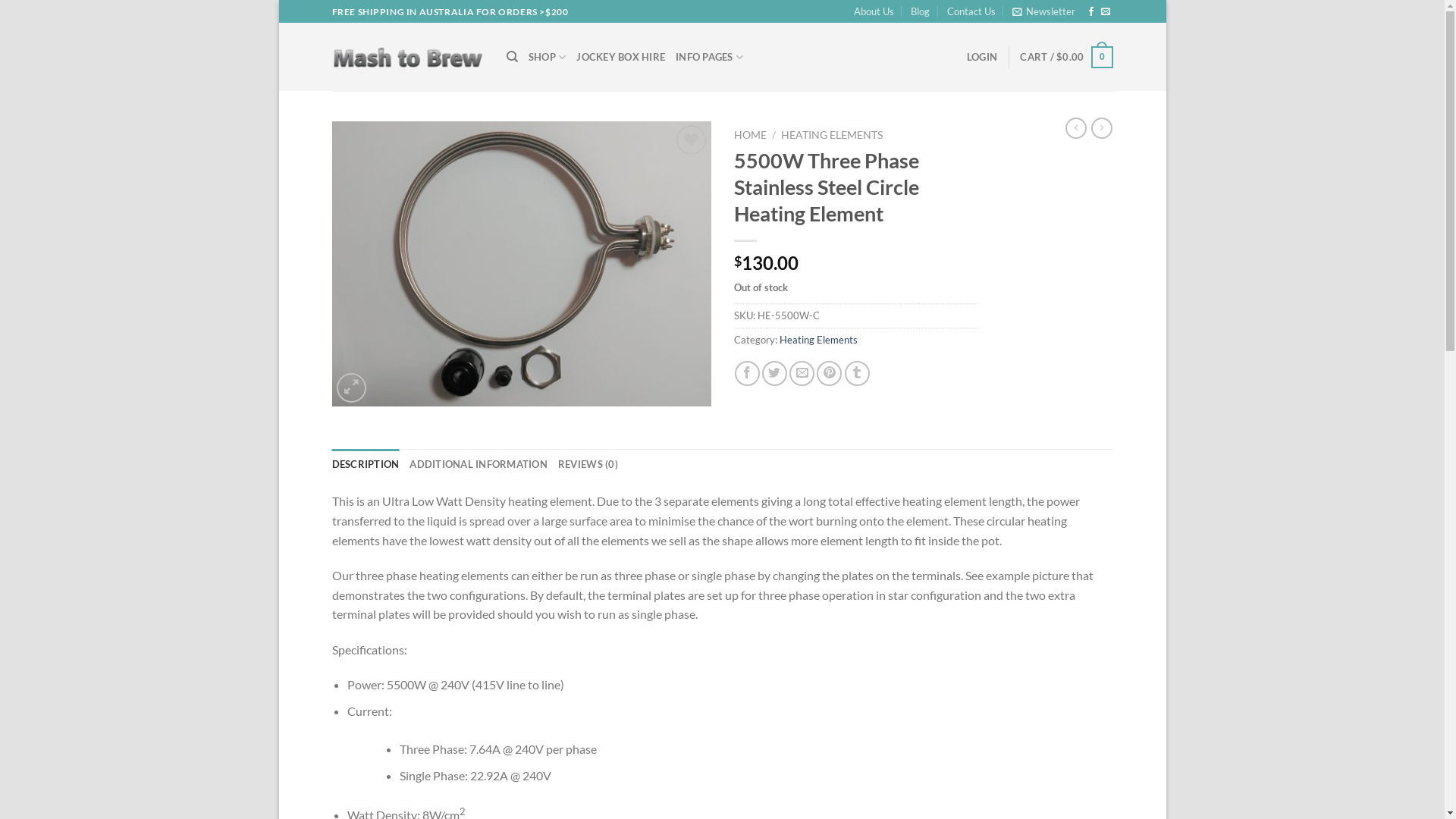 The width and height of the screenshot is (1456, 819). Describe the element at coordinates (331, 56) in the screenshot. I see `'Mash to Brew - Build you own brewery at home'` at that location.